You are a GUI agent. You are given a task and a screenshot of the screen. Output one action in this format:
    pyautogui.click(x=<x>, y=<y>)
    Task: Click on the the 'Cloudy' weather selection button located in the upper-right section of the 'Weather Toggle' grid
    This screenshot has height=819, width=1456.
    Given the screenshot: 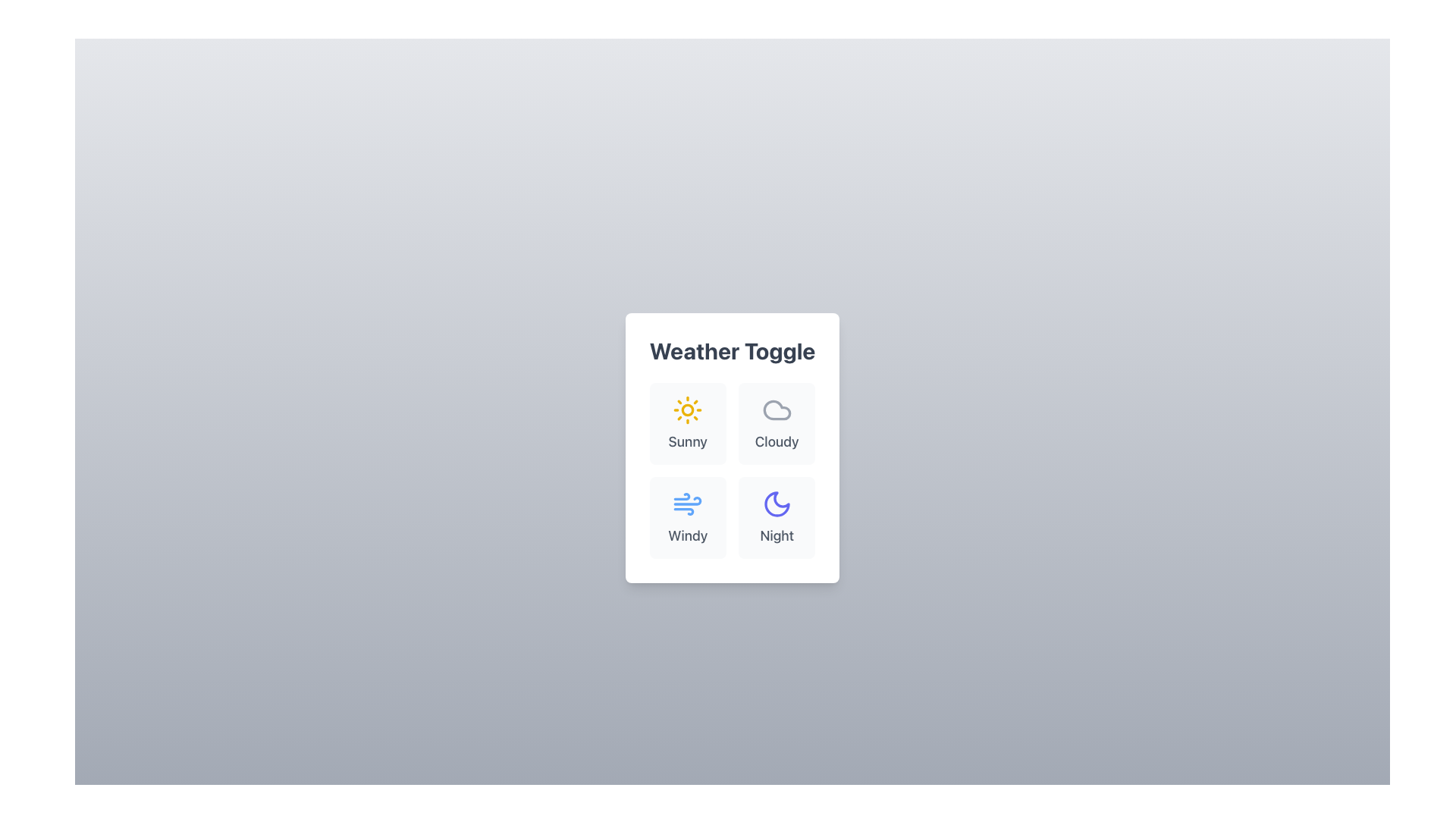 What is the action you would take?
    pyautogui.click(x=777, y=424)
    